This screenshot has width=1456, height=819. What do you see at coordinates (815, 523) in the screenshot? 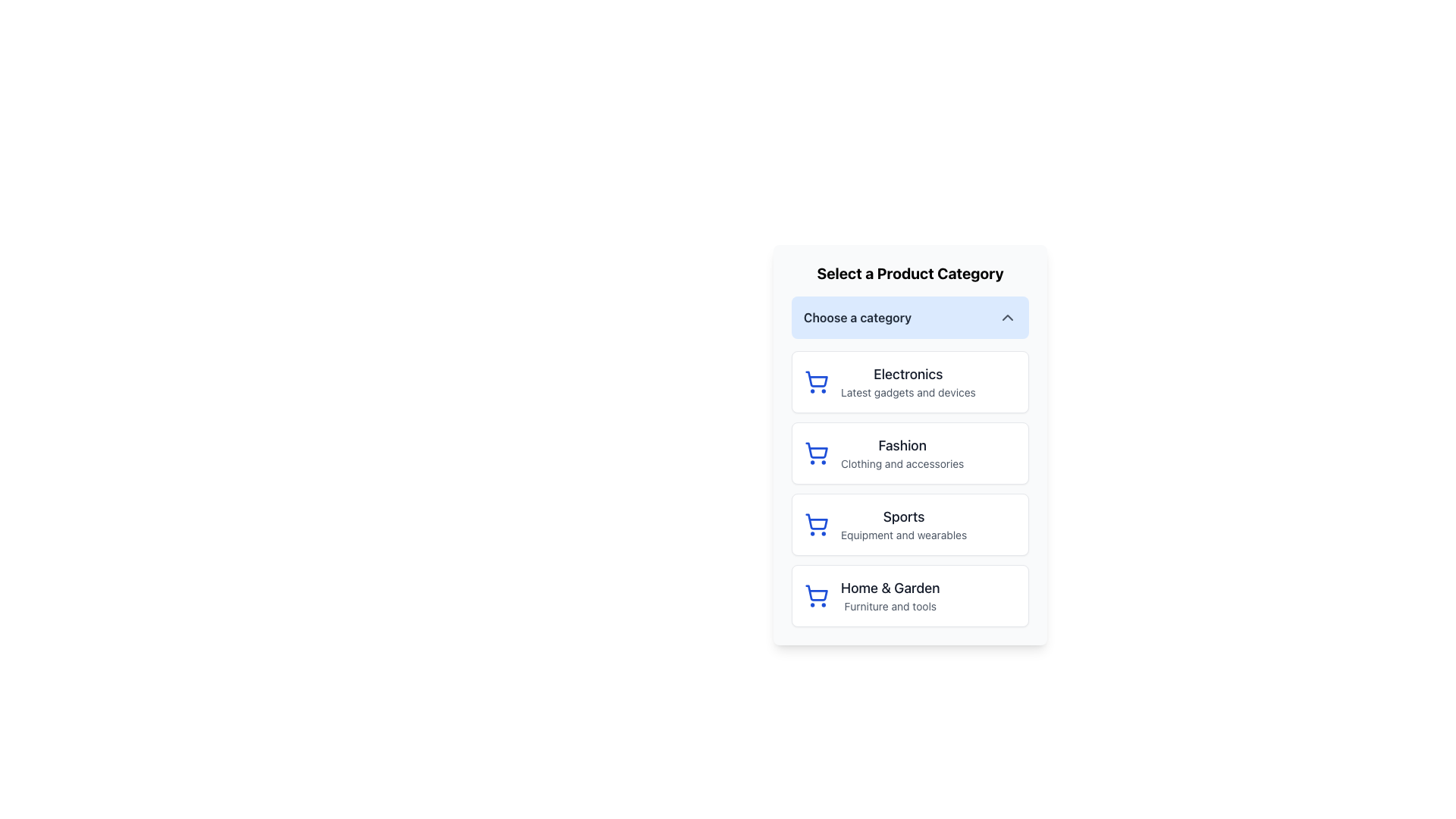
I see `the first icon on the left within the horizontal layout of the 'Sports Equipment and wearables' card, which is the third option in the vertical list under 'Select a Product Category'` at bounding box center [815, 523].